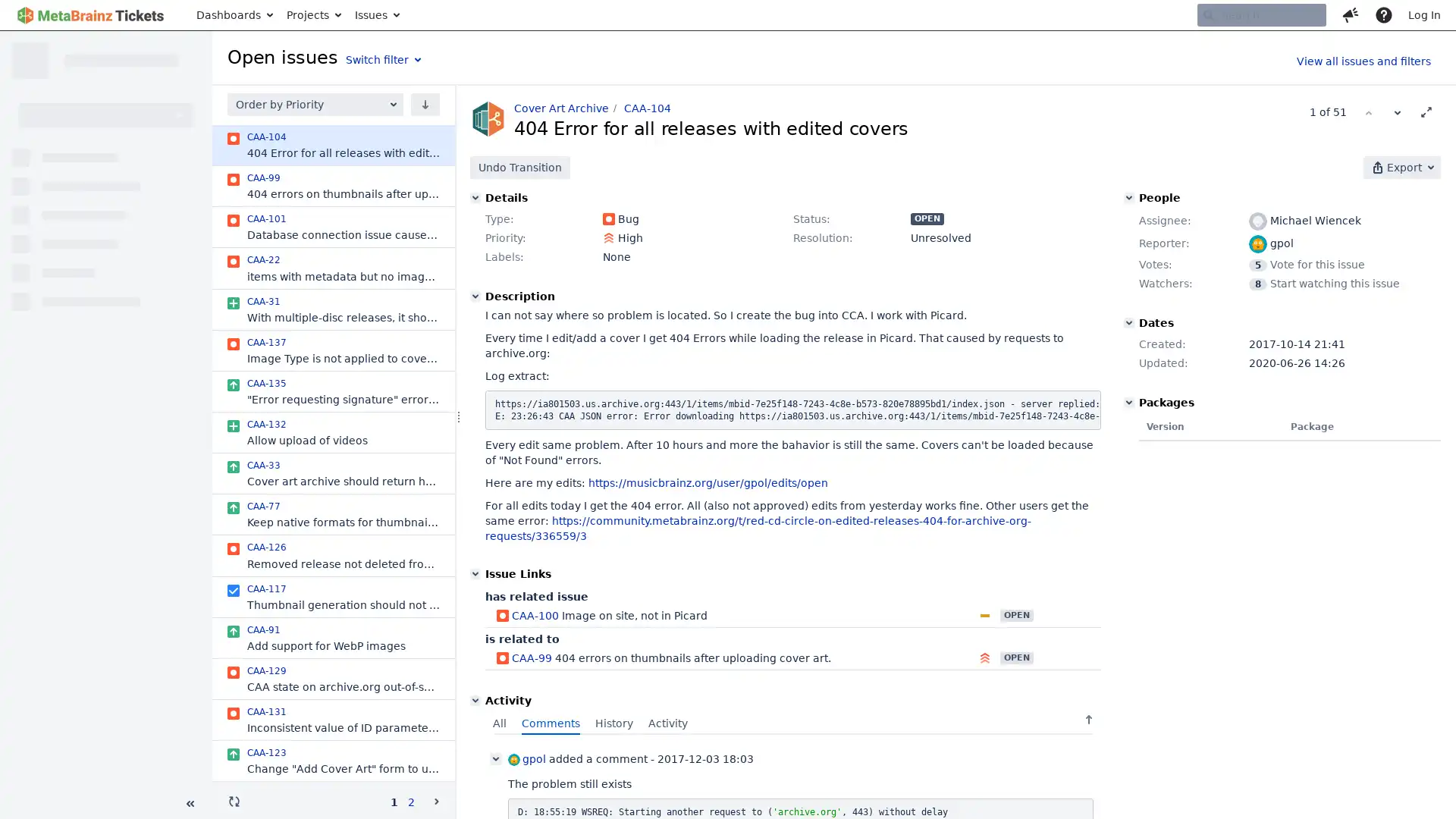 This screenshot has height=819, width=1456. I want to click on Description, so click(475, 296).